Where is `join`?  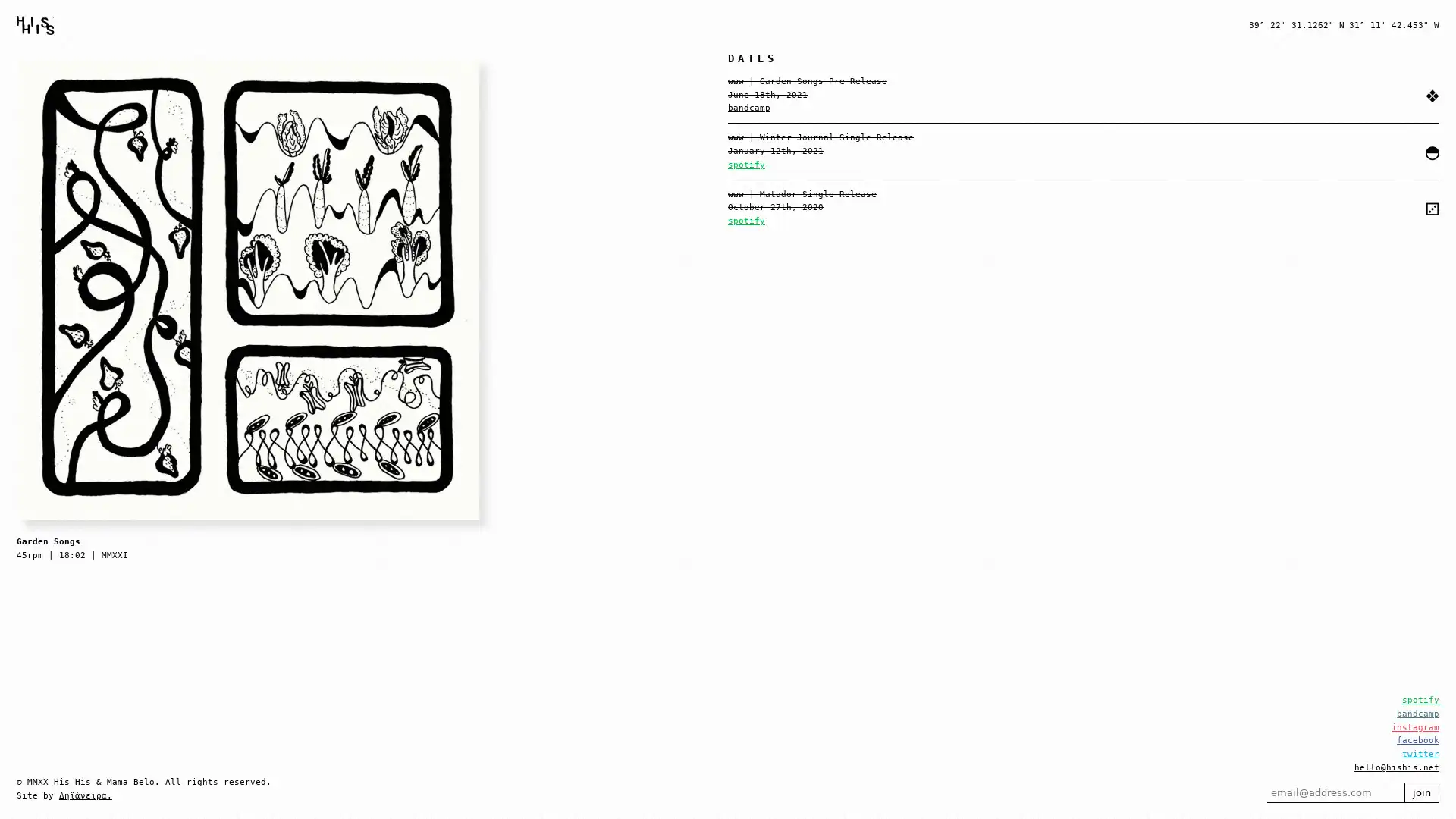
join is located at coordinates (1347, 747).